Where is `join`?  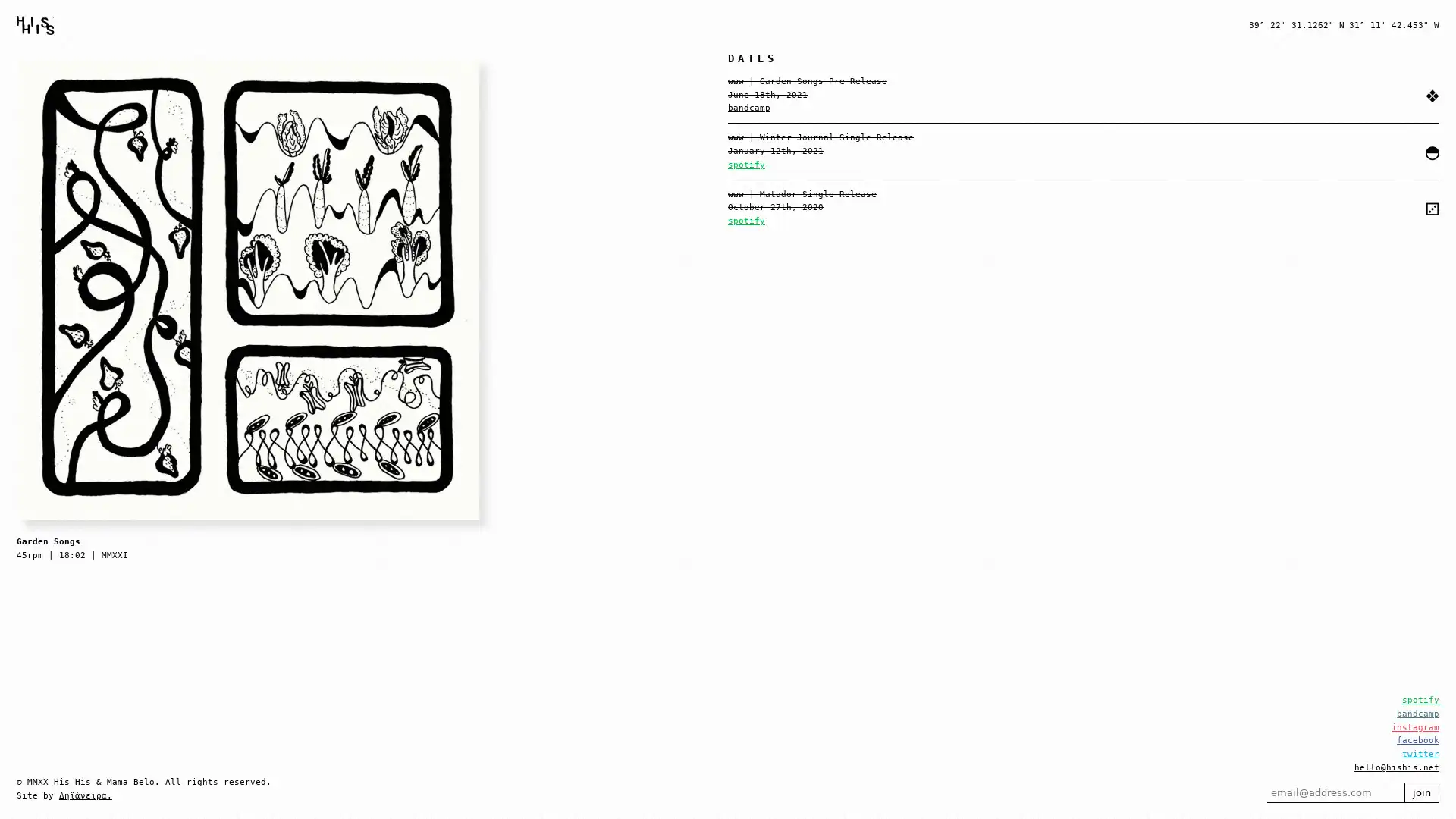
join is located at coordinates (1347, 747).